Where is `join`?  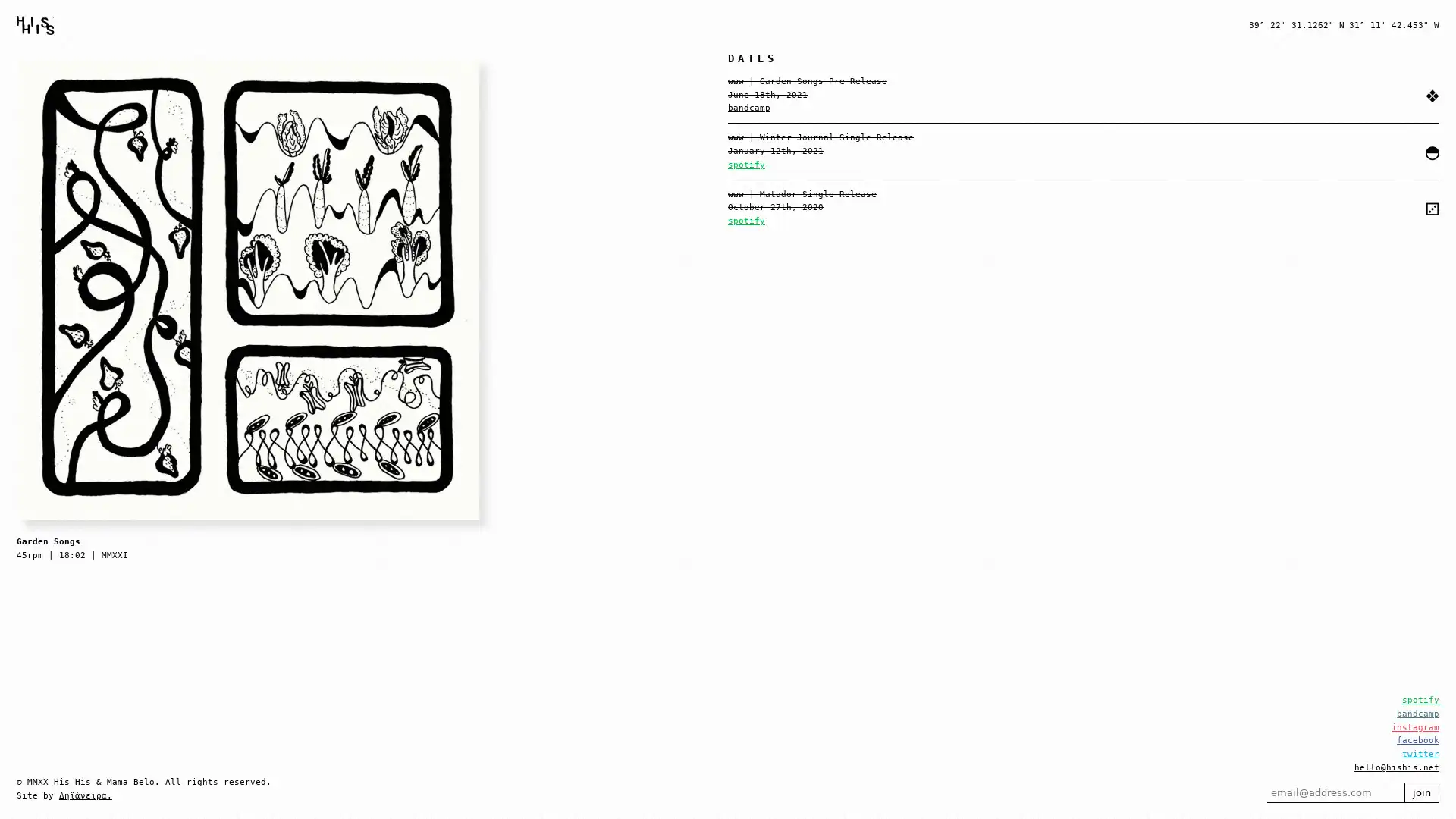
join is located at coordinates (1347, 747).